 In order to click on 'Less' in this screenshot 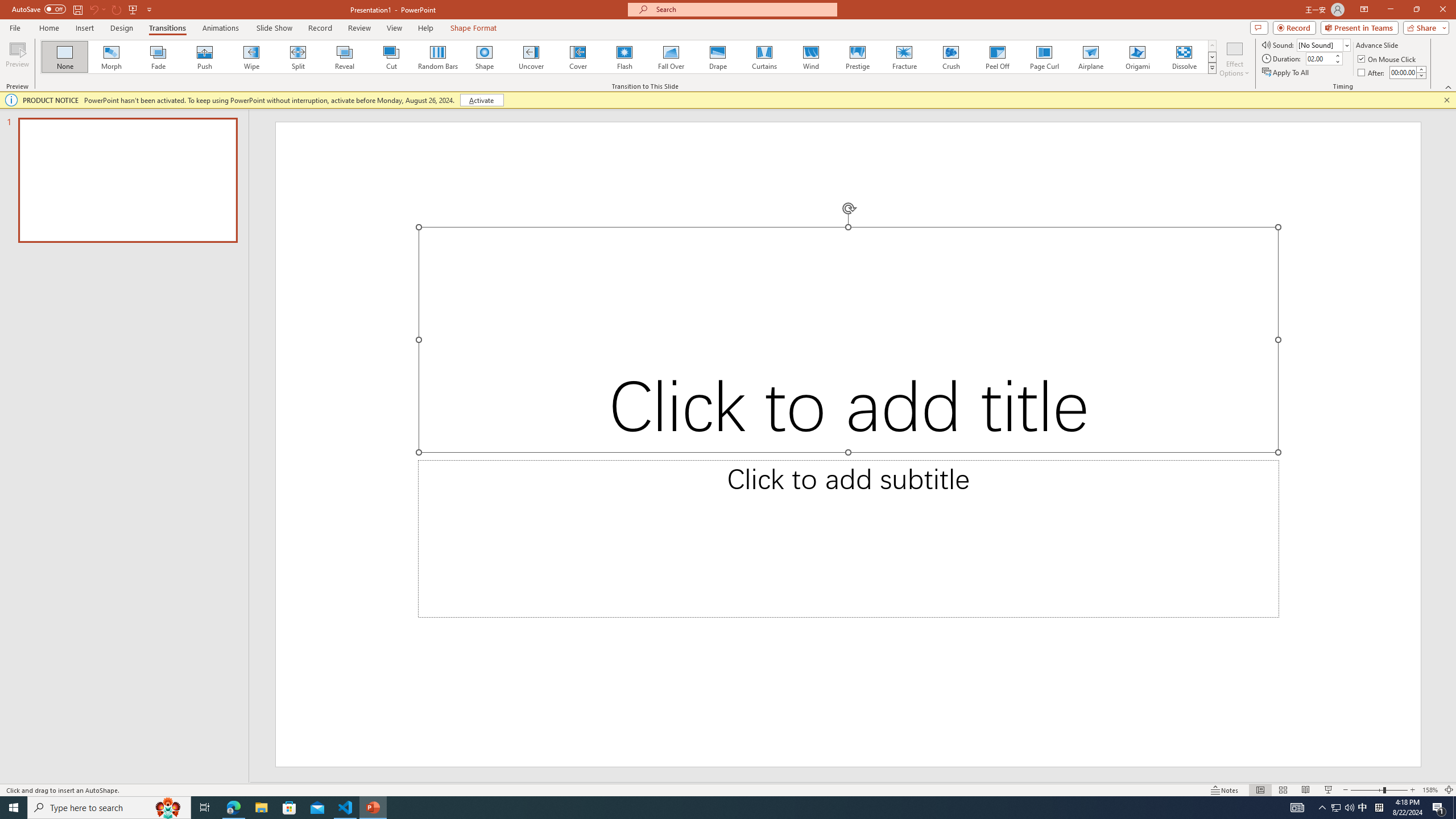, I will do `click(1421, 75)`.